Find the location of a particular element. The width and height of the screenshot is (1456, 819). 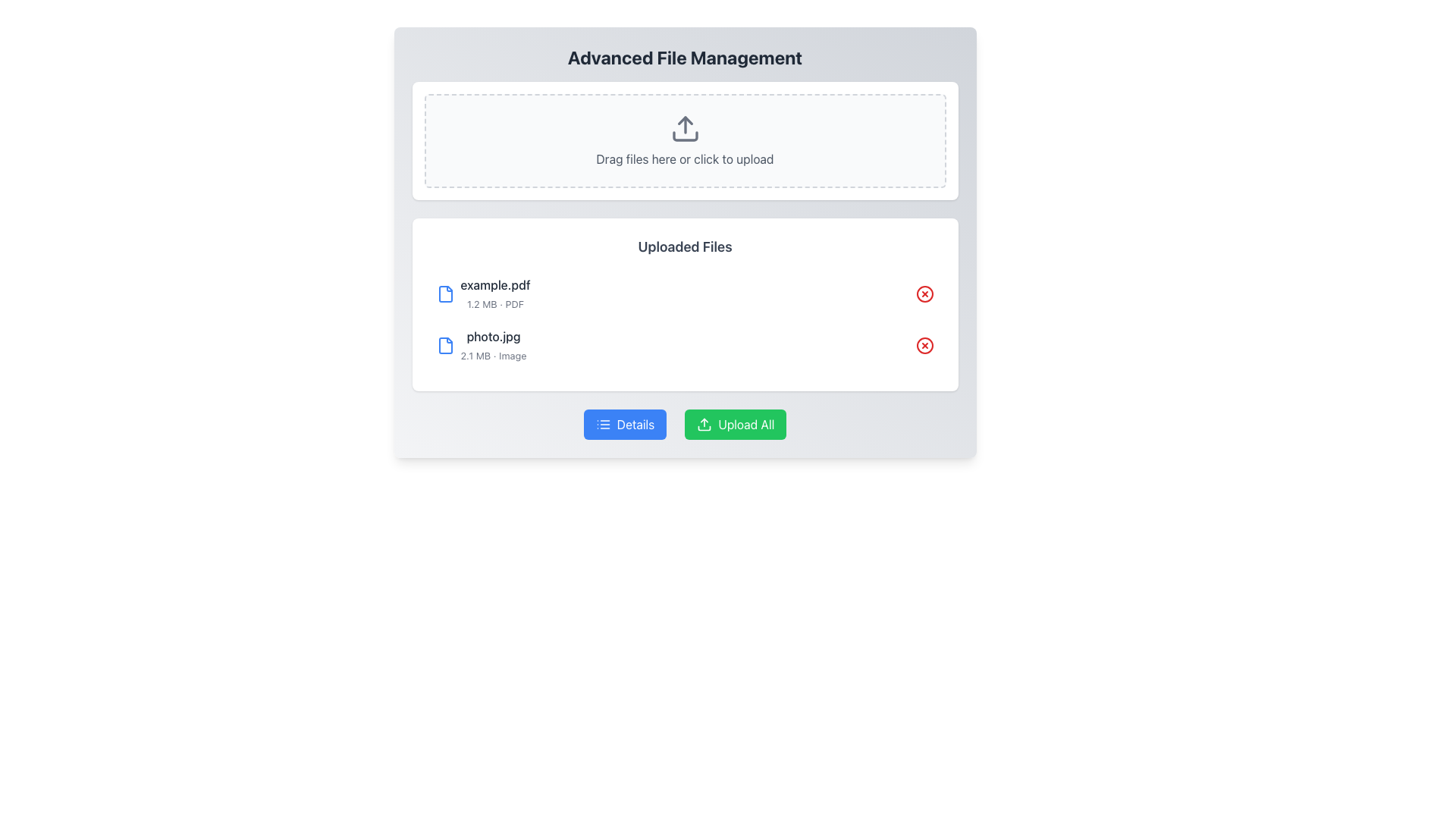

the appearance of the upload icon located to the left of the 'Upload All' button in the bottom-right portion of the interface is located at coordinates (704, 424).